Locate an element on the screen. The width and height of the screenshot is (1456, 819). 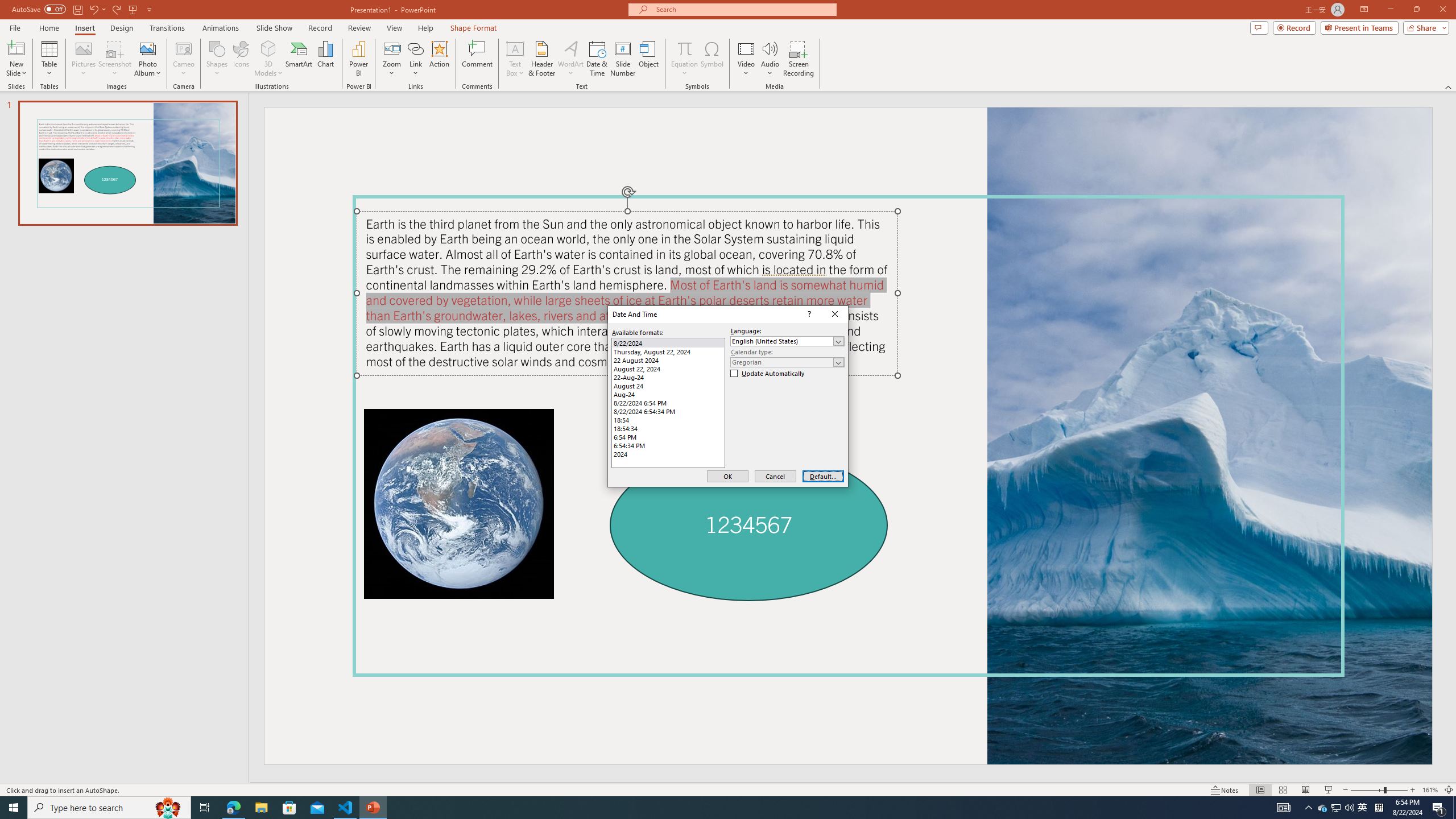
'8/22/2024 6:54:34 PM' is located at coordinates (668, 411).